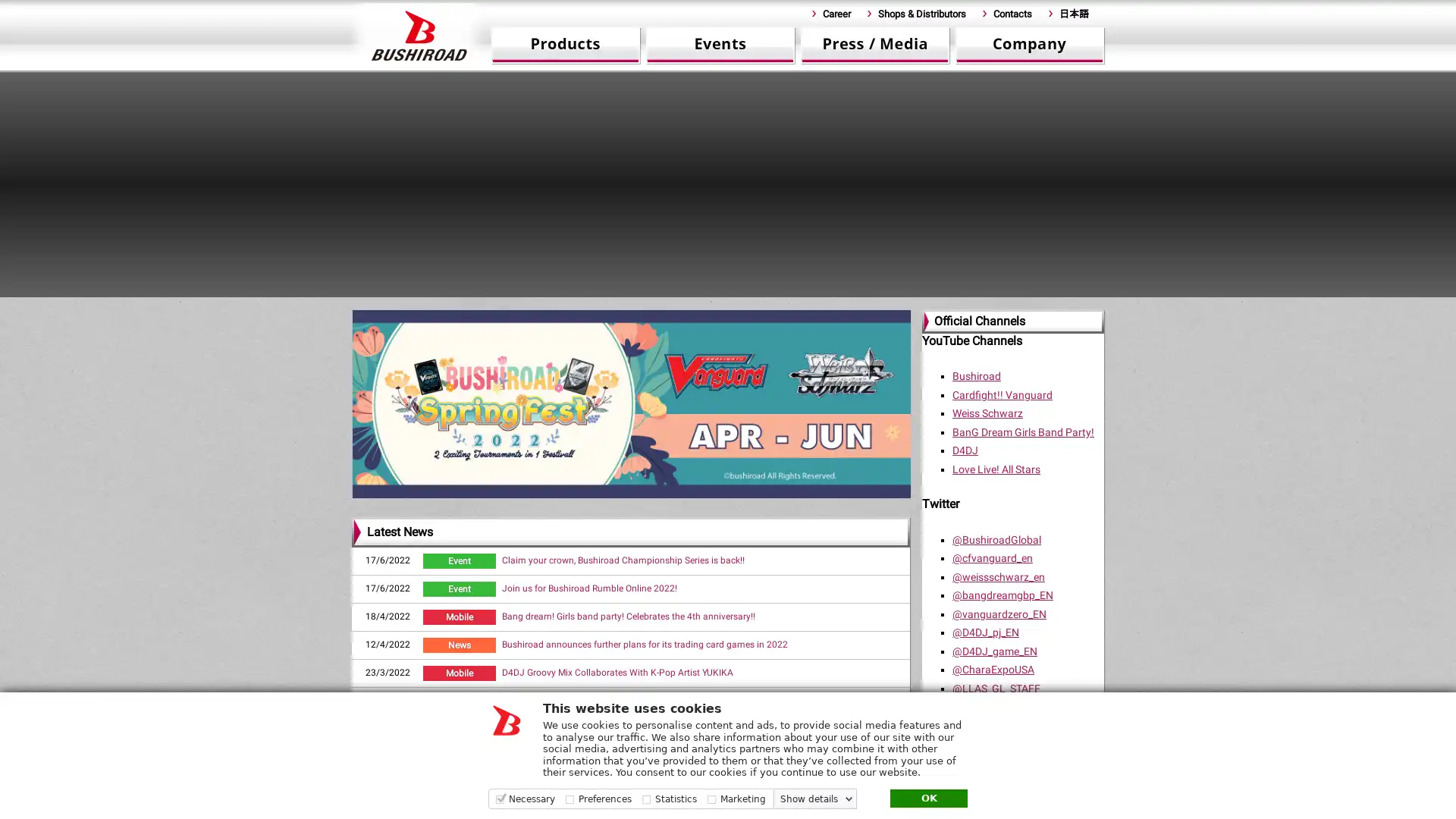 The image size is (1456, 819). I want to click on 1, so click(556, 291).